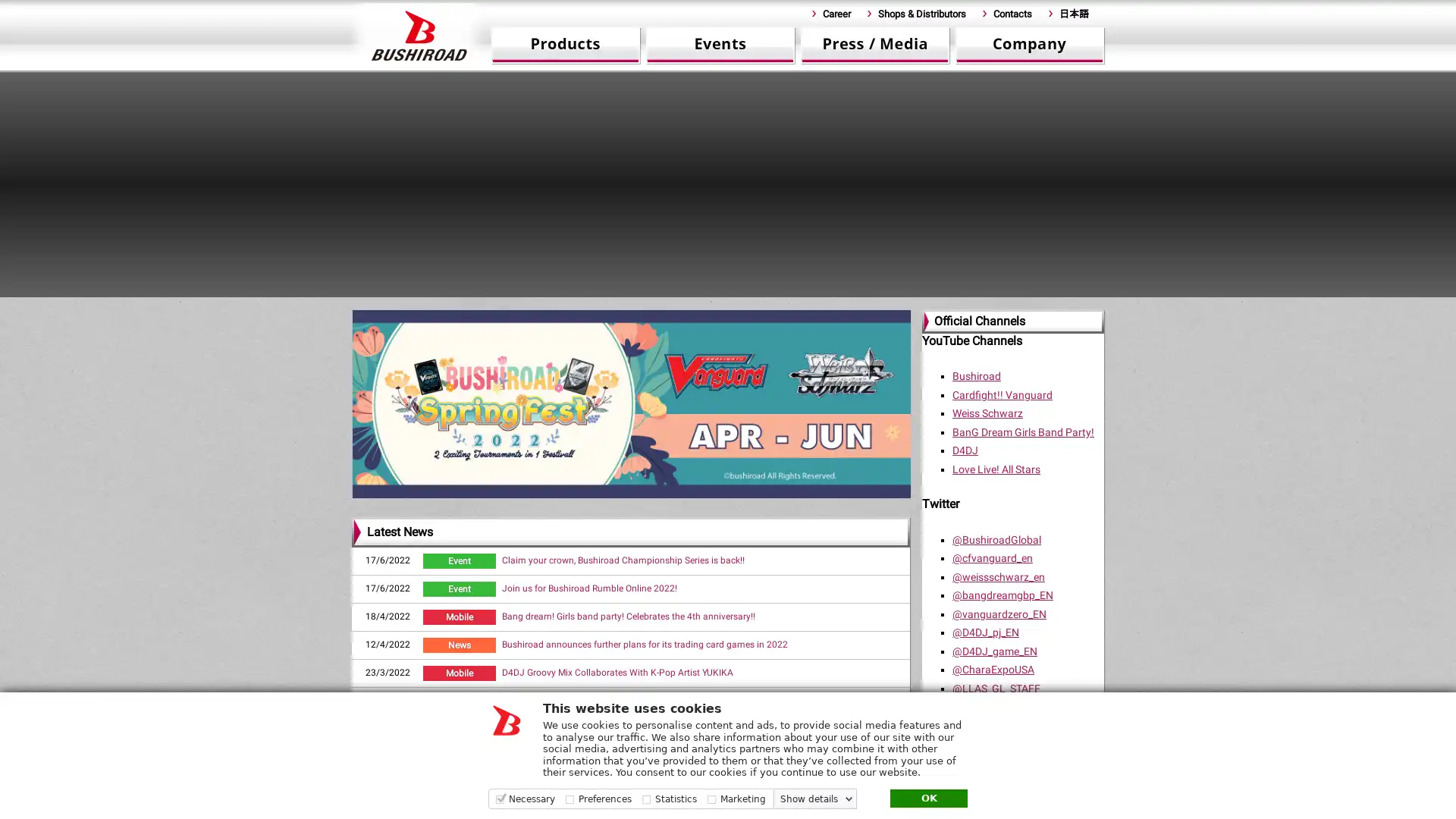 The image size is (1456, 819). I want to click on 1, so click(556, 291).